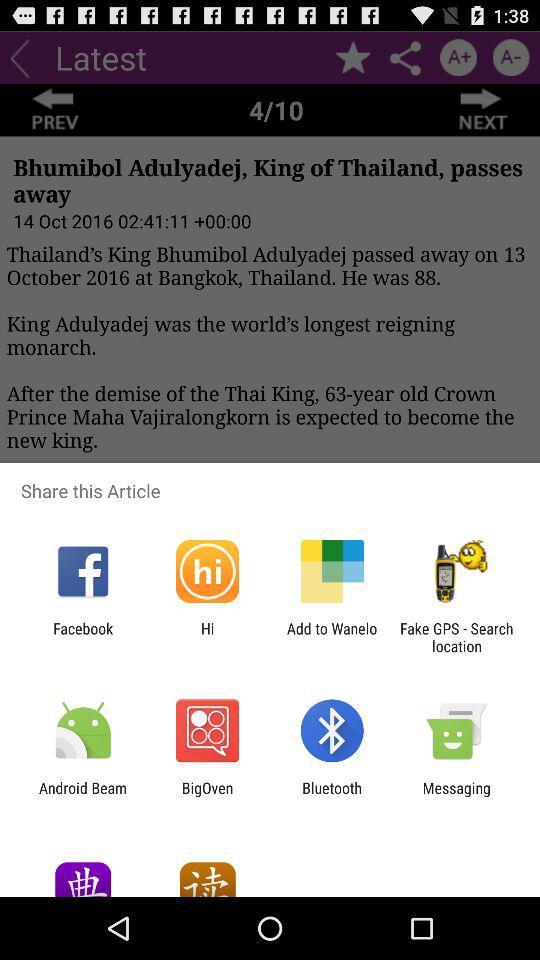  What do you see at coordinates (332, 636) in the screenshot?
I see `item to the right of hi` at bounding box center [332, 636].